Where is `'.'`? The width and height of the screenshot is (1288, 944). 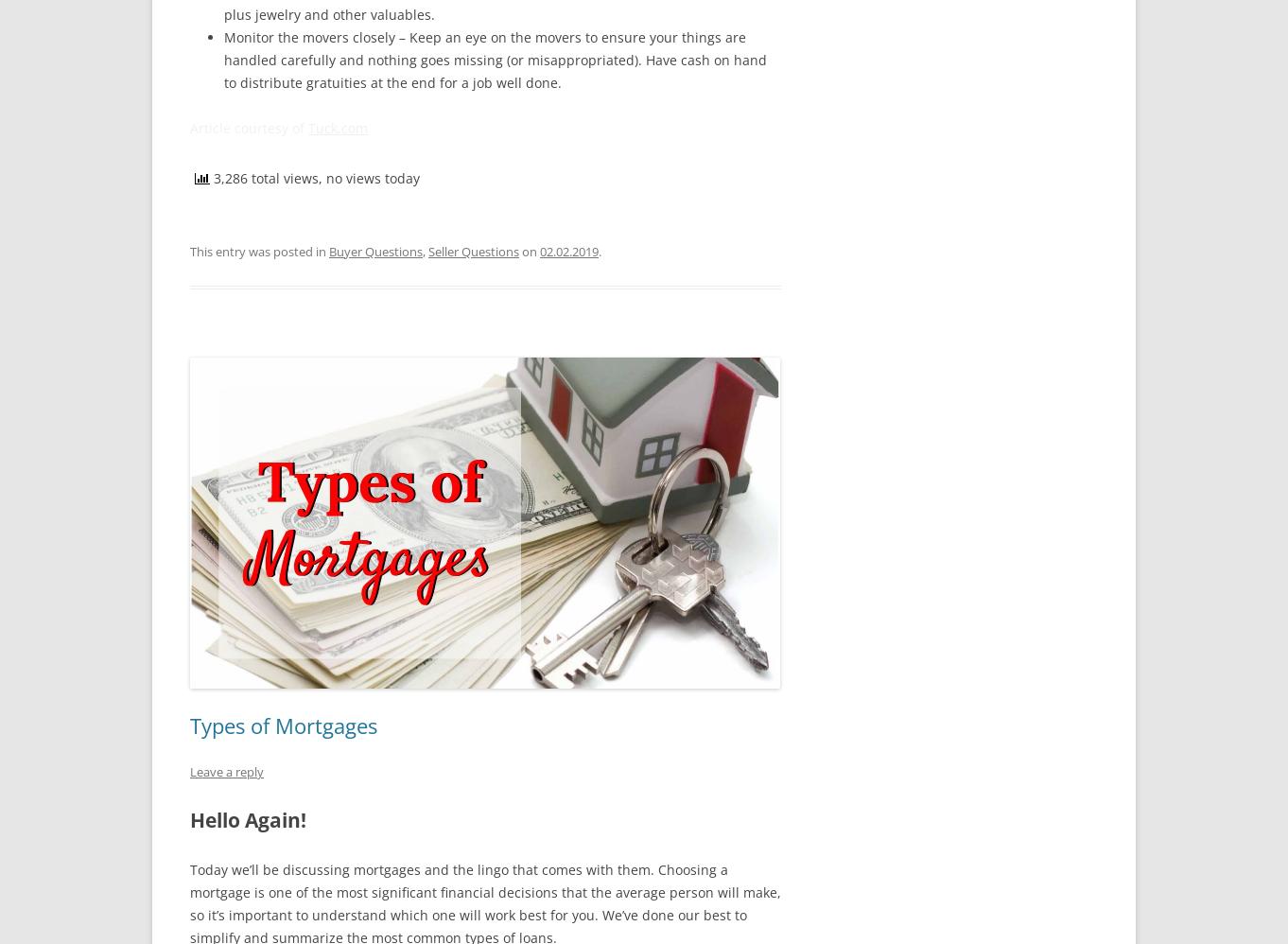 '.' is located at coordinates (598, 250).